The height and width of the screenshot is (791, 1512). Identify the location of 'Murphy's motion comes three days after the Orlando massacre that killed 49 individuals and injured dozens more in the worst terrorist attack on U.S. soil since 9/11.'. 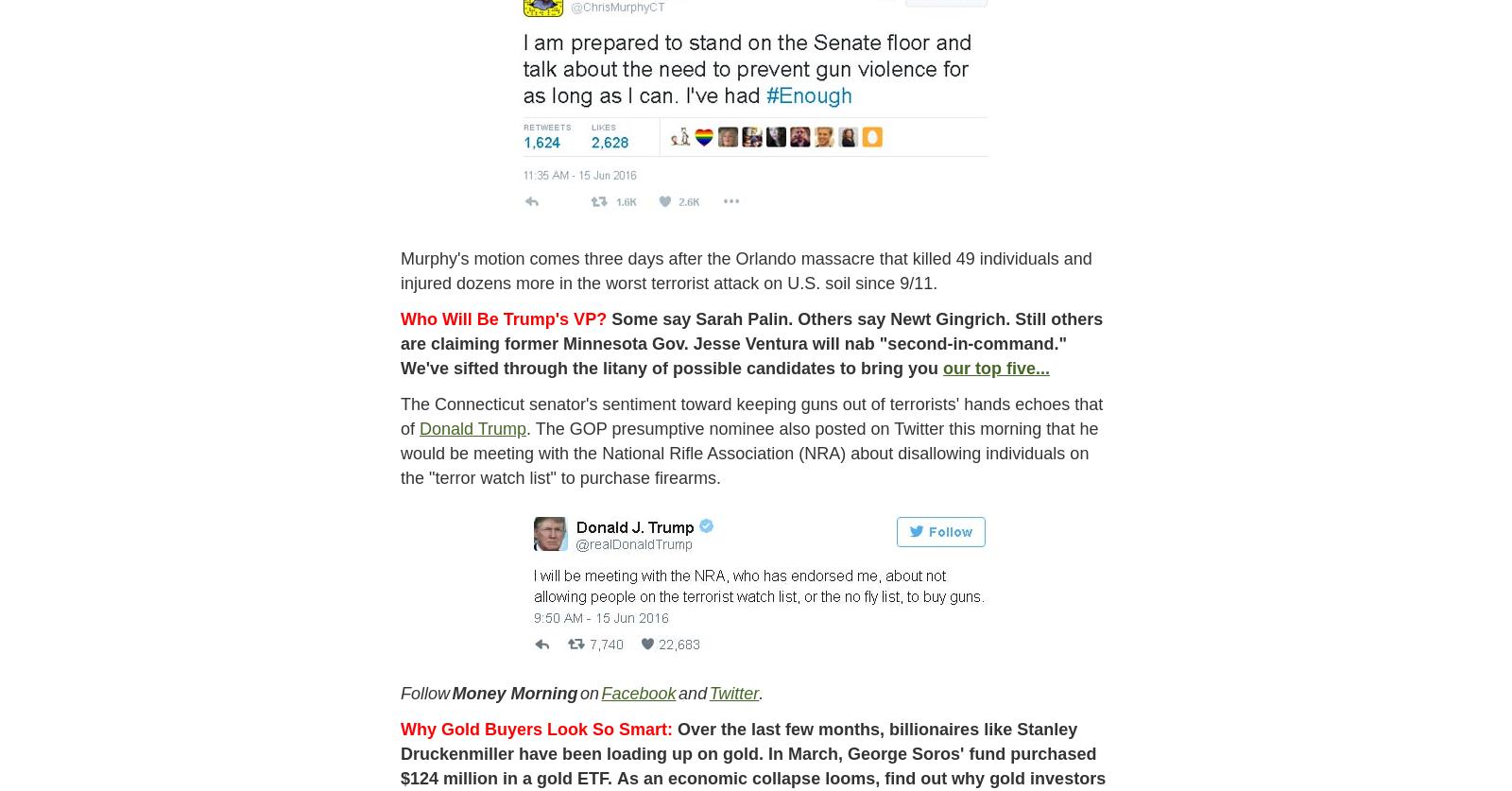
(746, 270).